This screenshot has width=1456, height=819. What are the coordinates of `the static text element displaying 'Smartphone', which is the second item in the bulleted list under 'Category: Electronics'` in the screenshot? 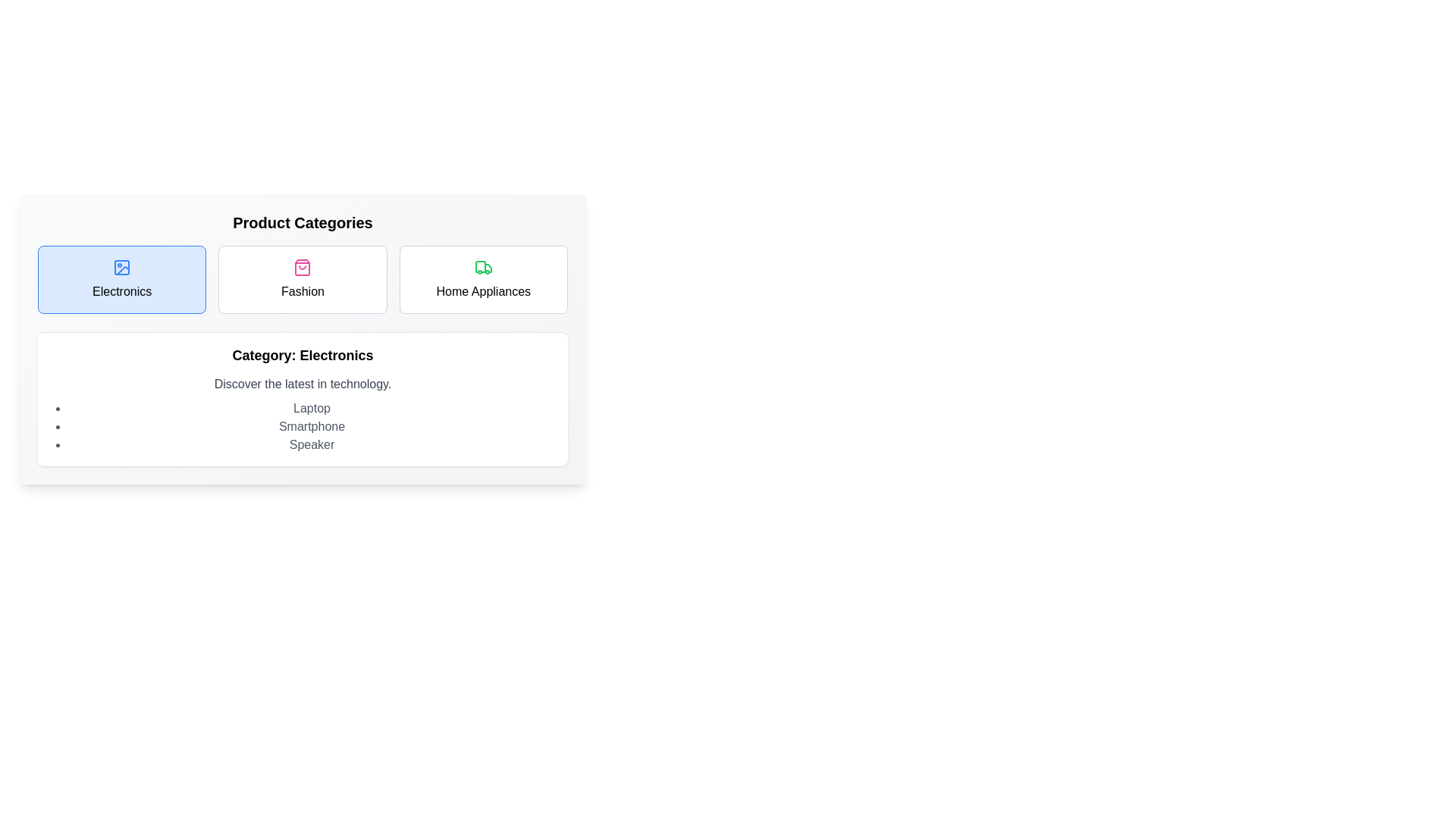 It's located at (311, 427).